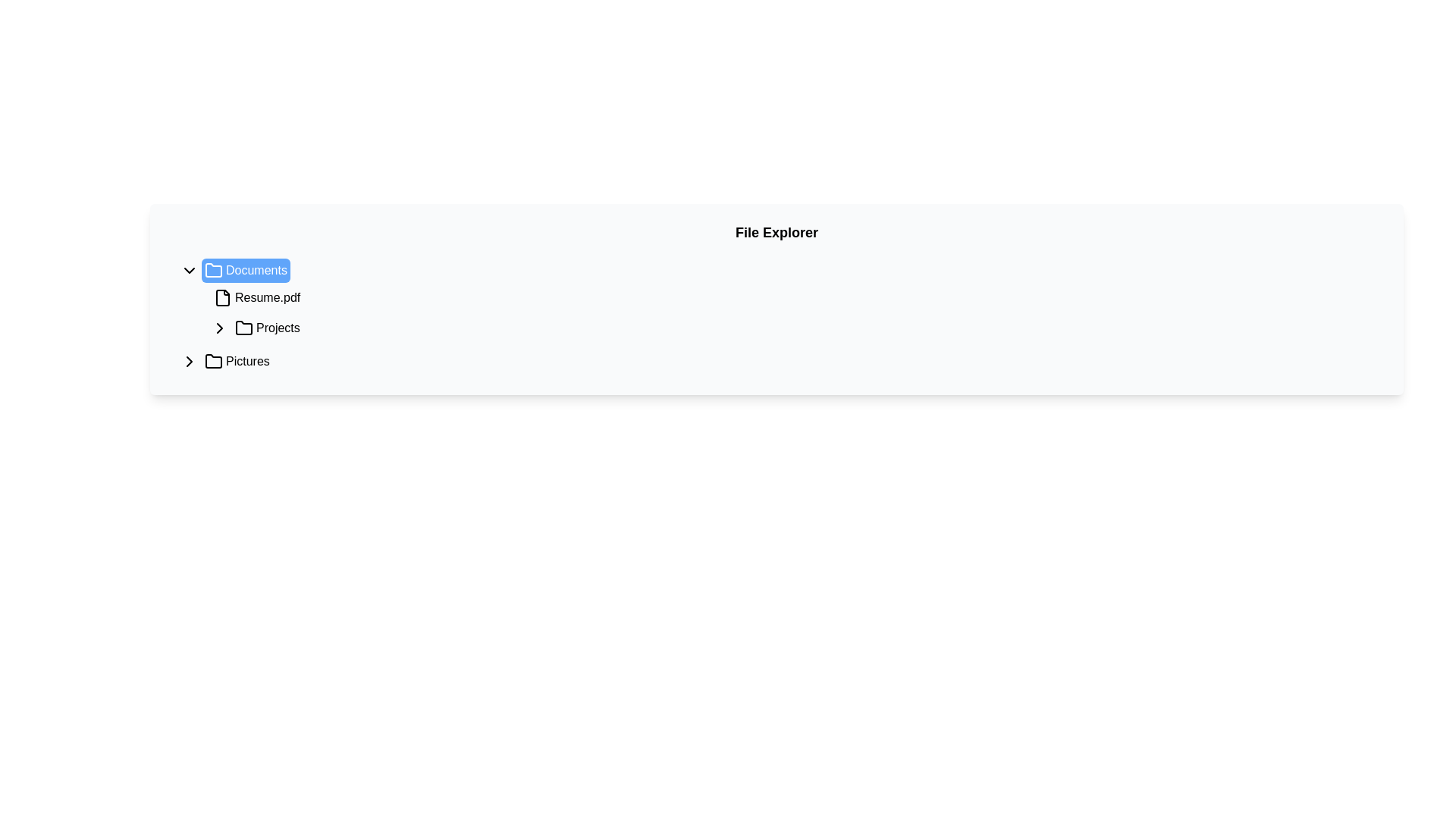 This screenshot has width=1456, height=819. I want to click on the folder icon located in the file explorer under 'Documents' next to the label 'Projects', so click(243, 327).